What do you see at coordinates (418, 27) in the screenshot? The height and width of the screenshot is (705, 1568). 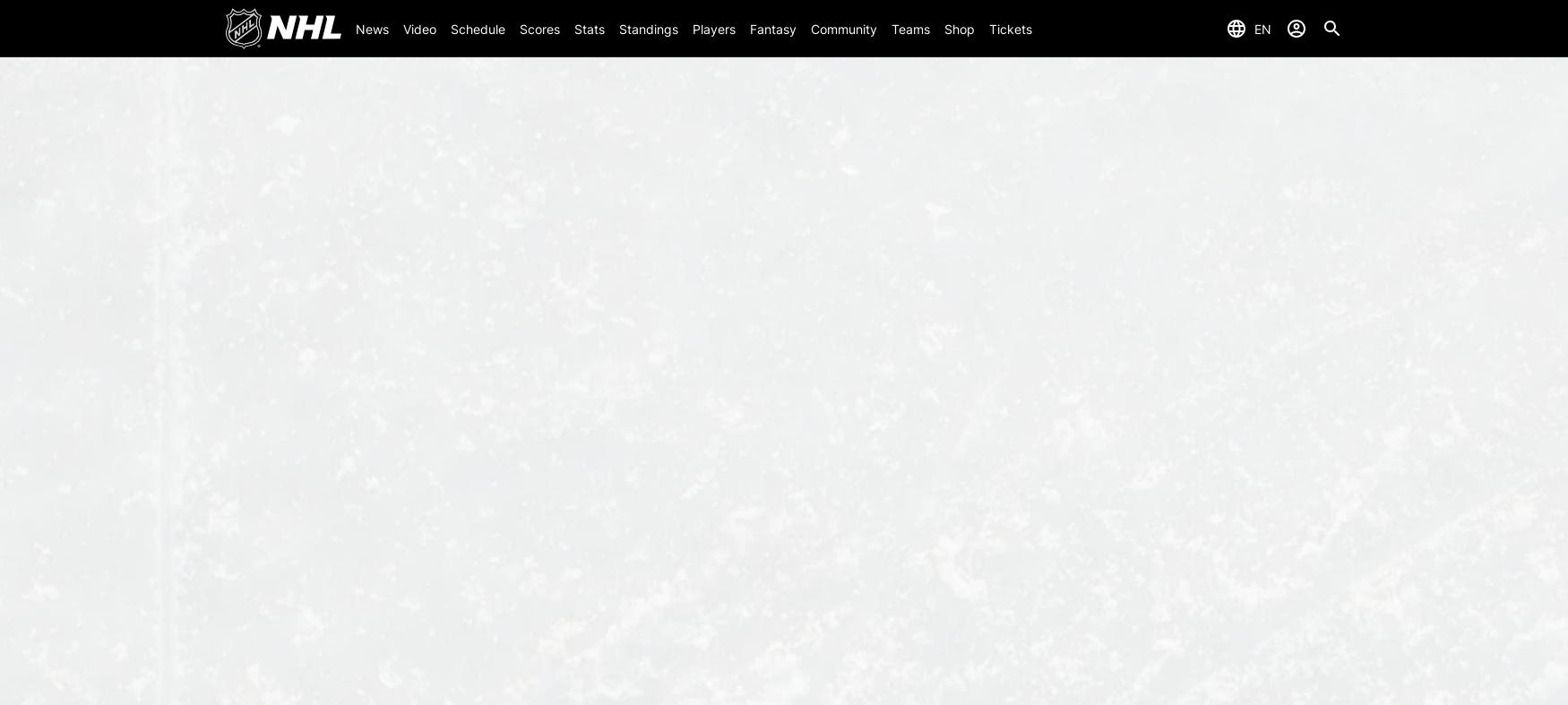 I see `'Video'` at bounding box center [418, 27].